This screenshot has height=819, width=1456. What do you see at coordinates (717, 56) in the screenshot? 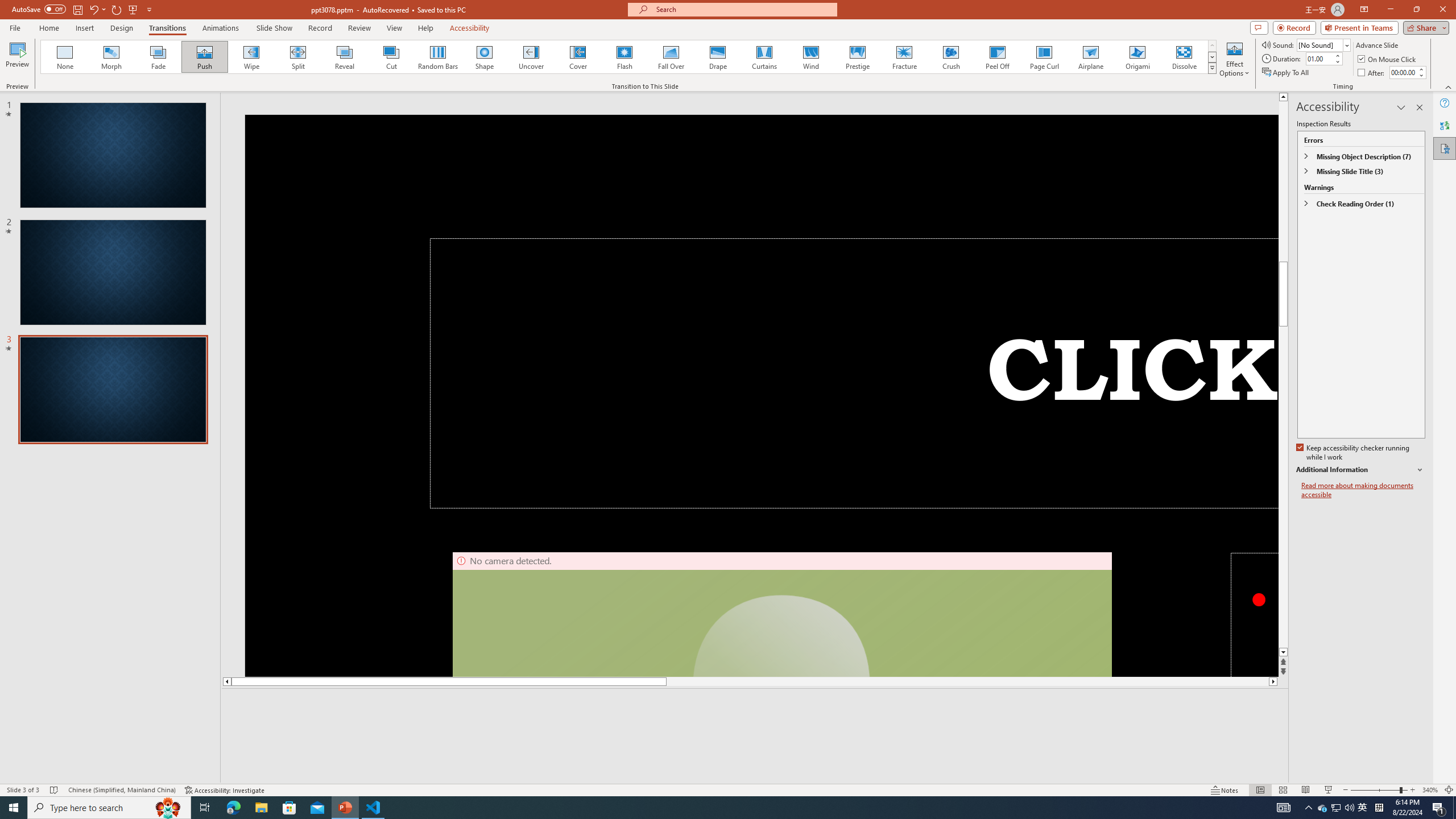
I see `'Drape'` at bounding box center [717, 56].